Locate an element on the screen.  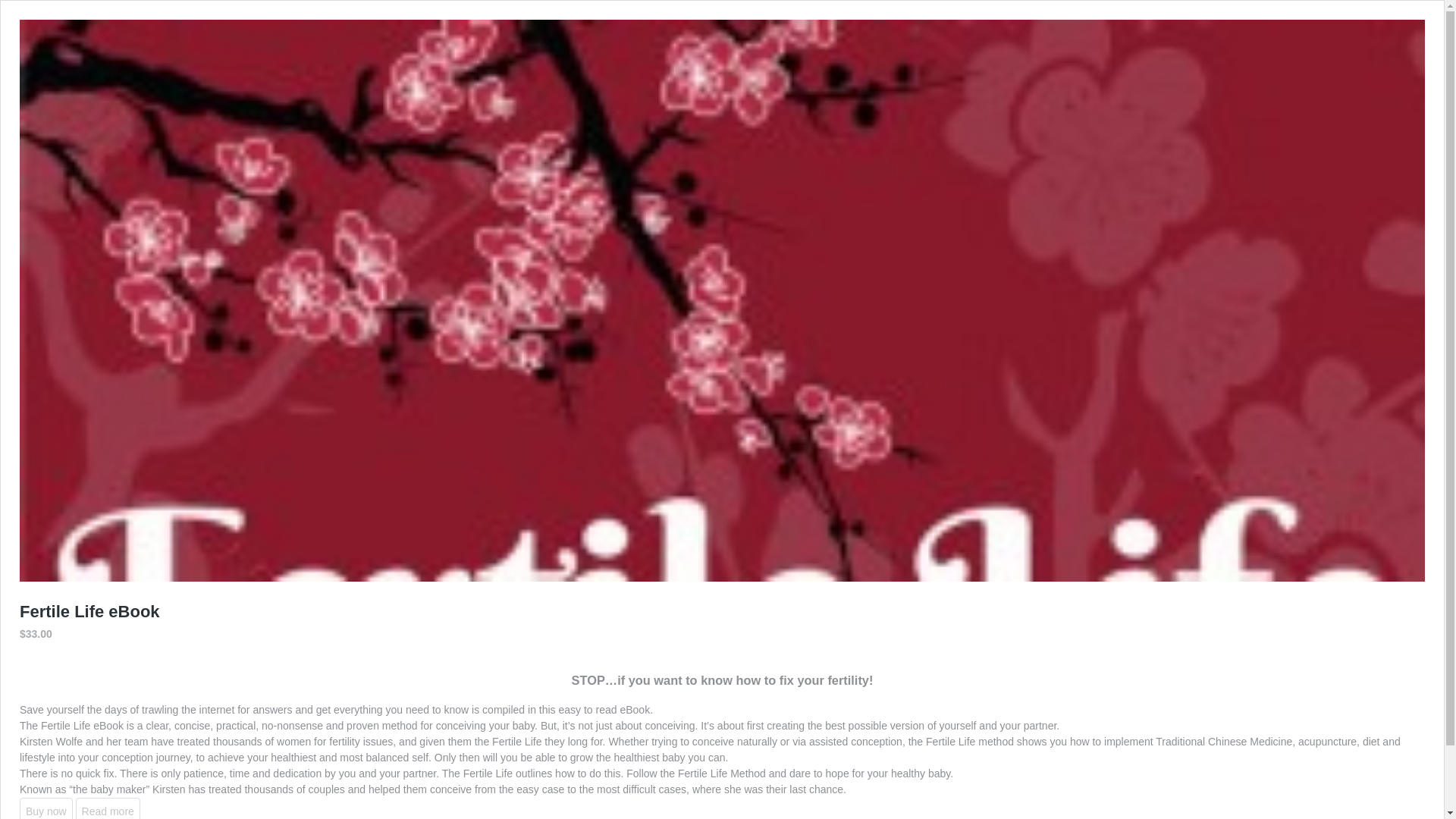
'Fertile Life eBook' is located at coordinates (89, 610).